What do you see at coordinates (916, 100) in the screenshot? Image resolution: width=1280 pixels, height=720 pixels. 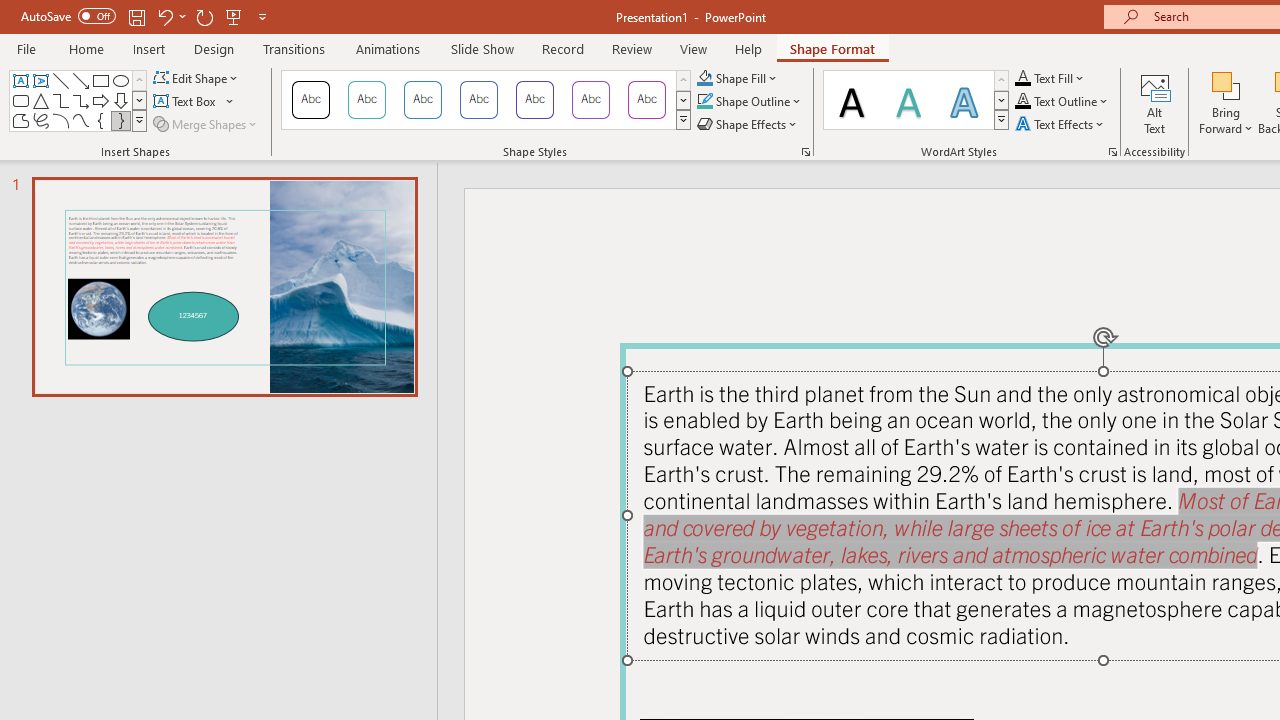 I see `'AutomationID: TextStylesGallery'` at bounding box center [916, 100].